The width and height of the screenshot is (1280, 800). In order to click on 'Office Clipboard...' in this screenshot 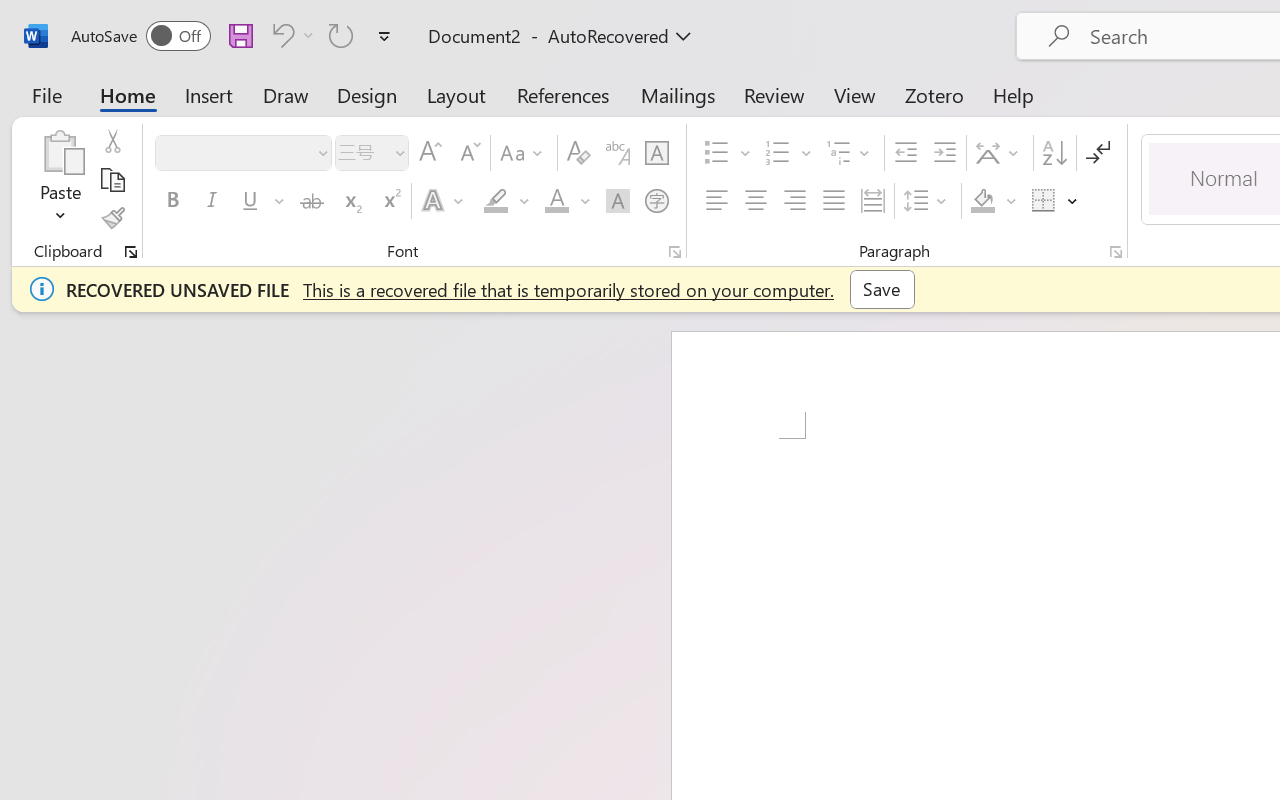, I will do `click(130, 251)`.